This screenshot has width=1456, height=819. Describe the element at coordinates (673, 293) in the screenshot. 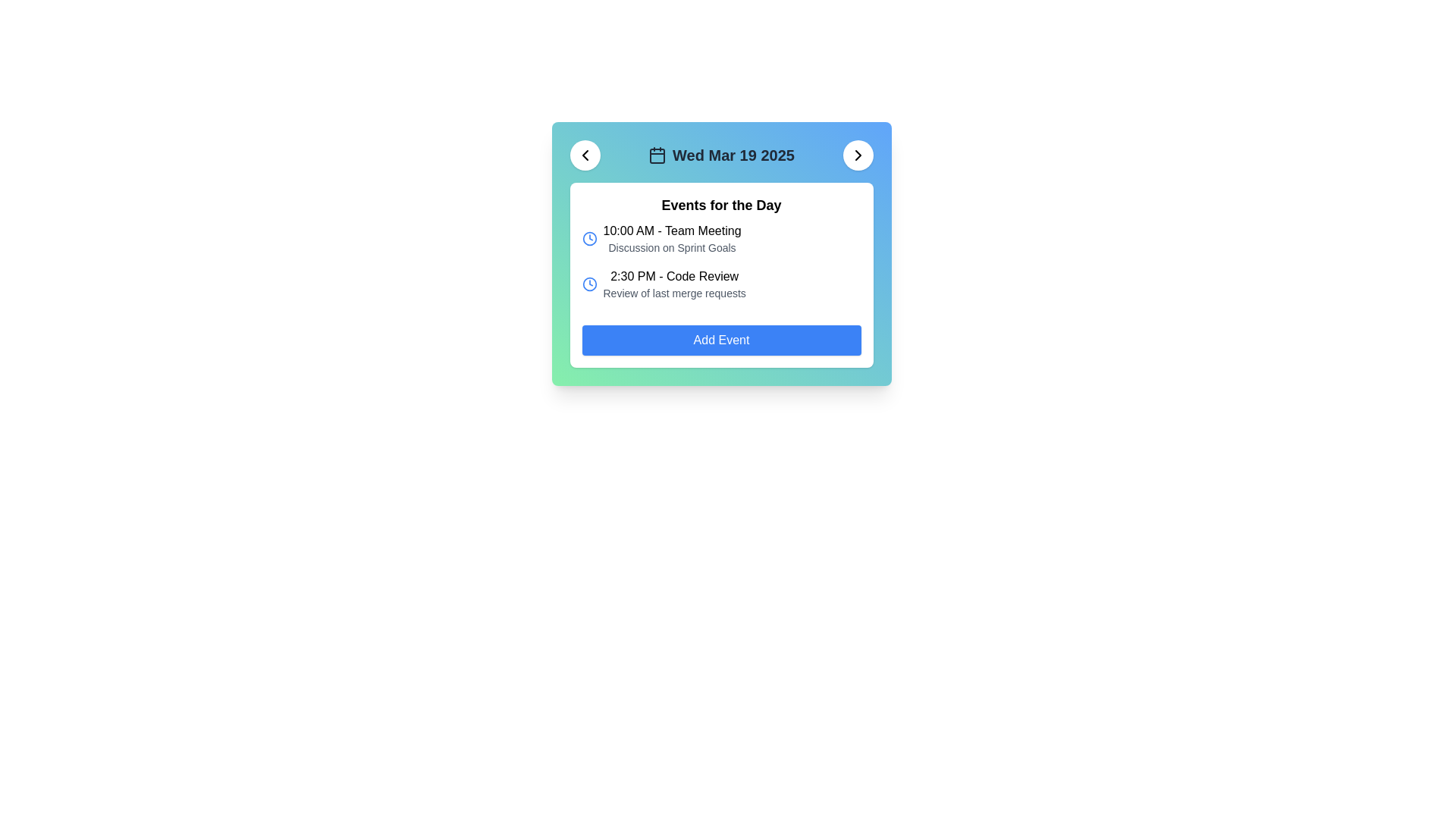

I see `the text label that says 'Review of last merge requests', which is positioned directly beneath '2:30 PM - Code Review' in the main content section under 'Events for the Day'` at that location.